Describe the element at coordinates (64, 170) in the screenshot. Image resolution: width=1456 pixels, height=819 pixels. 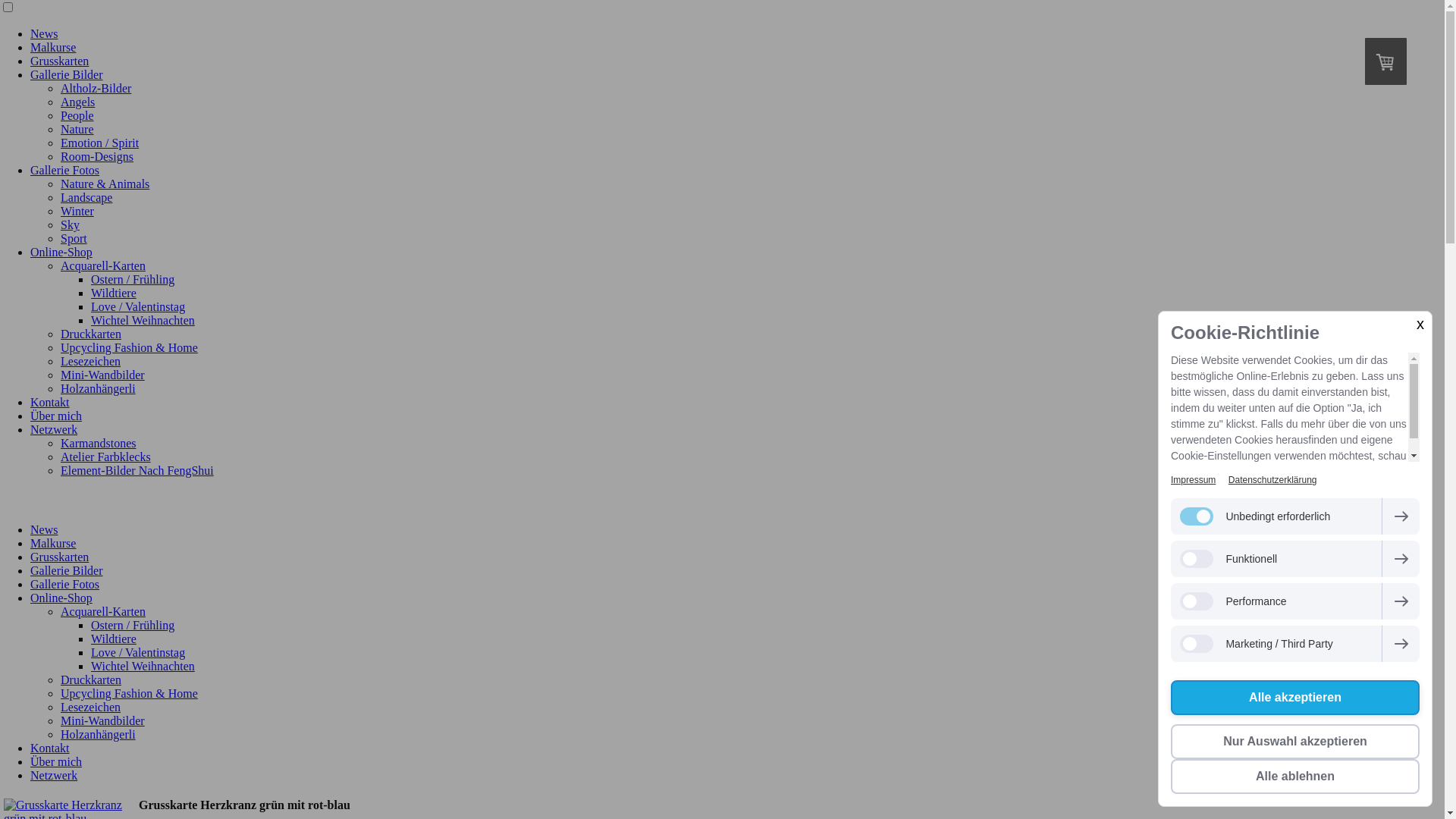
I see `'Gallerie Fotos'` at that location.